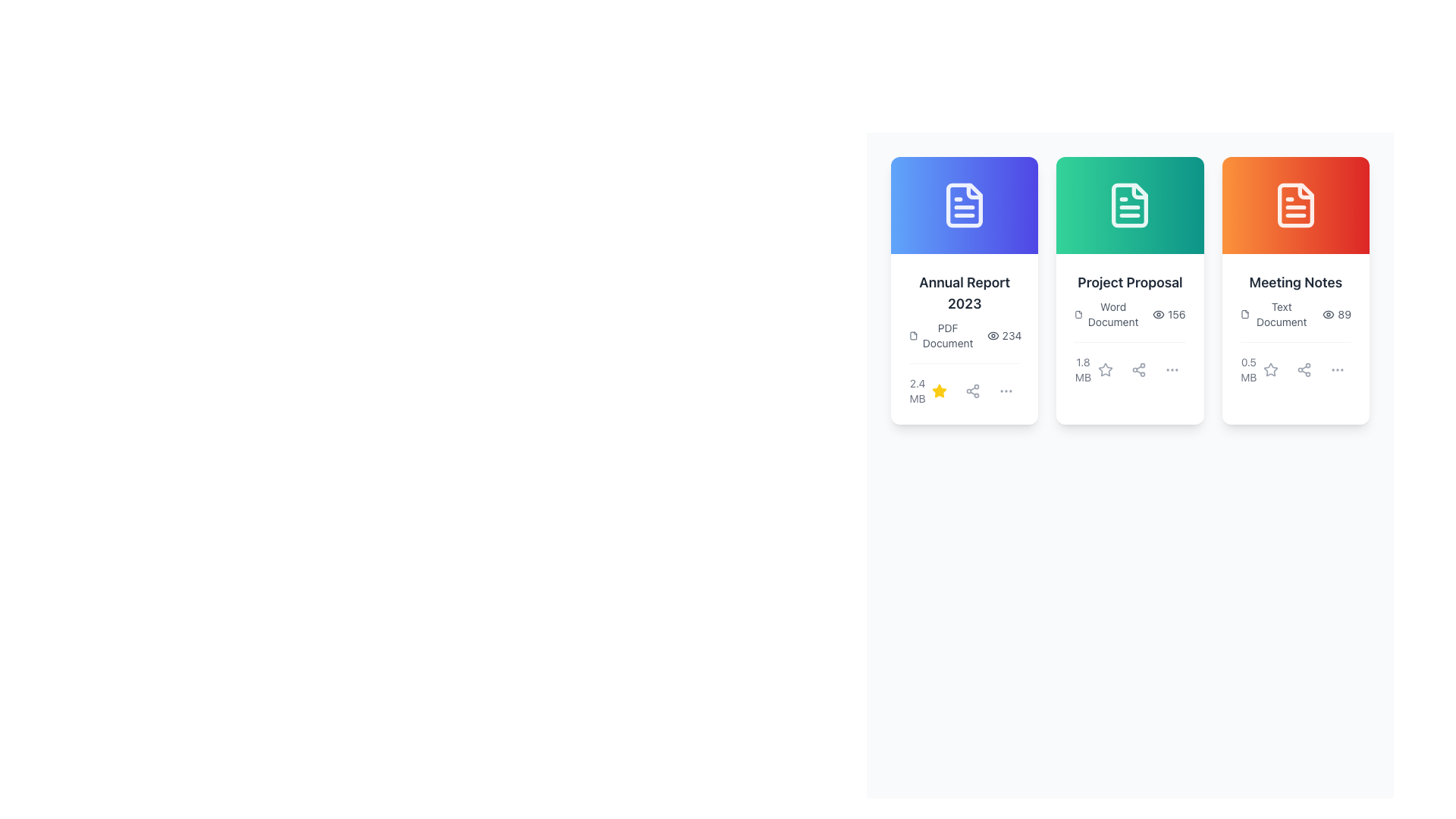 This screenshot has height=819, width=1456. Describe the element at coordinates (1130, 328) in the screenshot. I see `information displayed in the text label located under the 'Project Proposal' title in the second card of a three-card grid` at that location.